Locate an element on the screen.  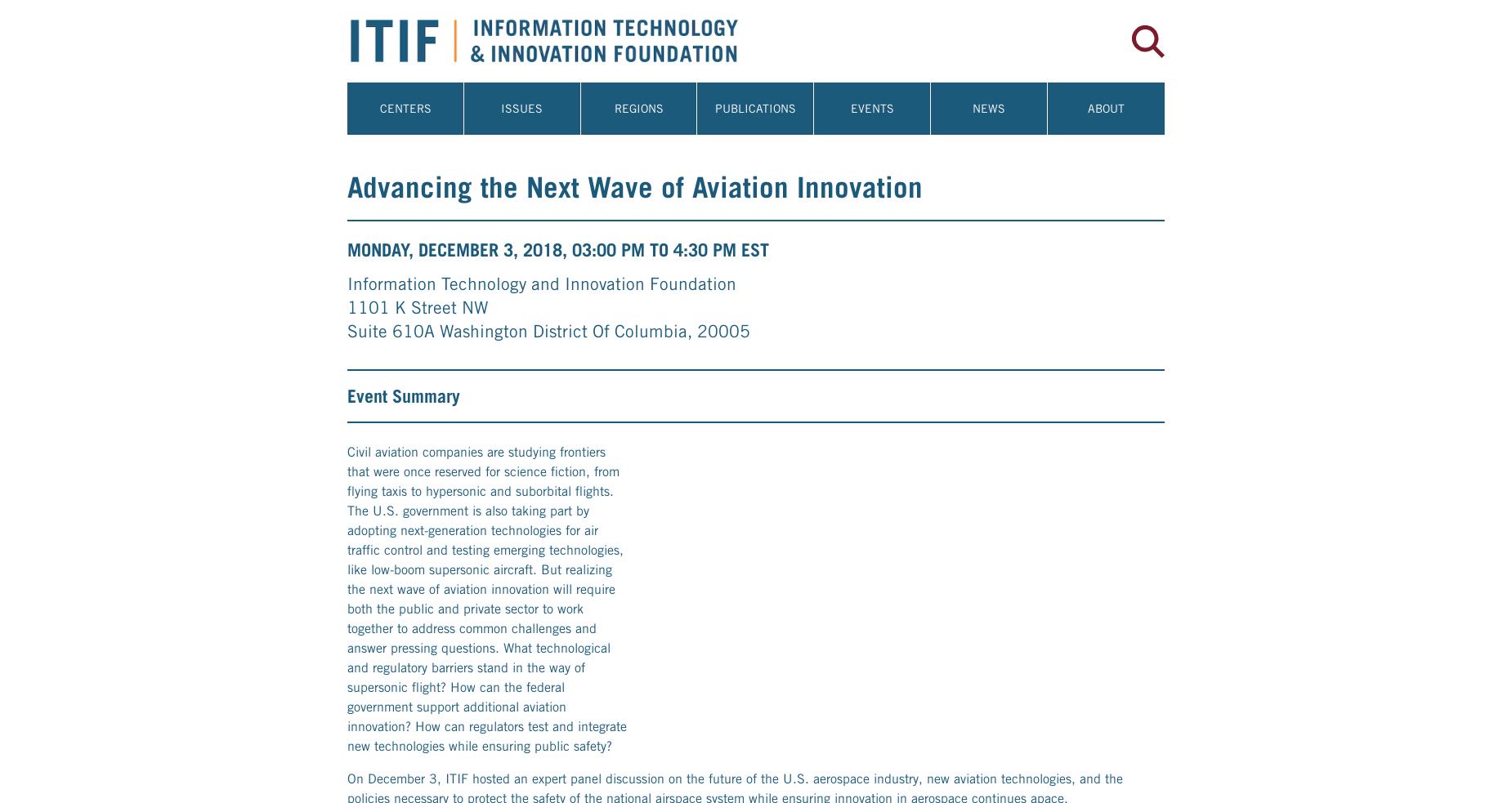
'Greg' is located at coordinates (426, 774).